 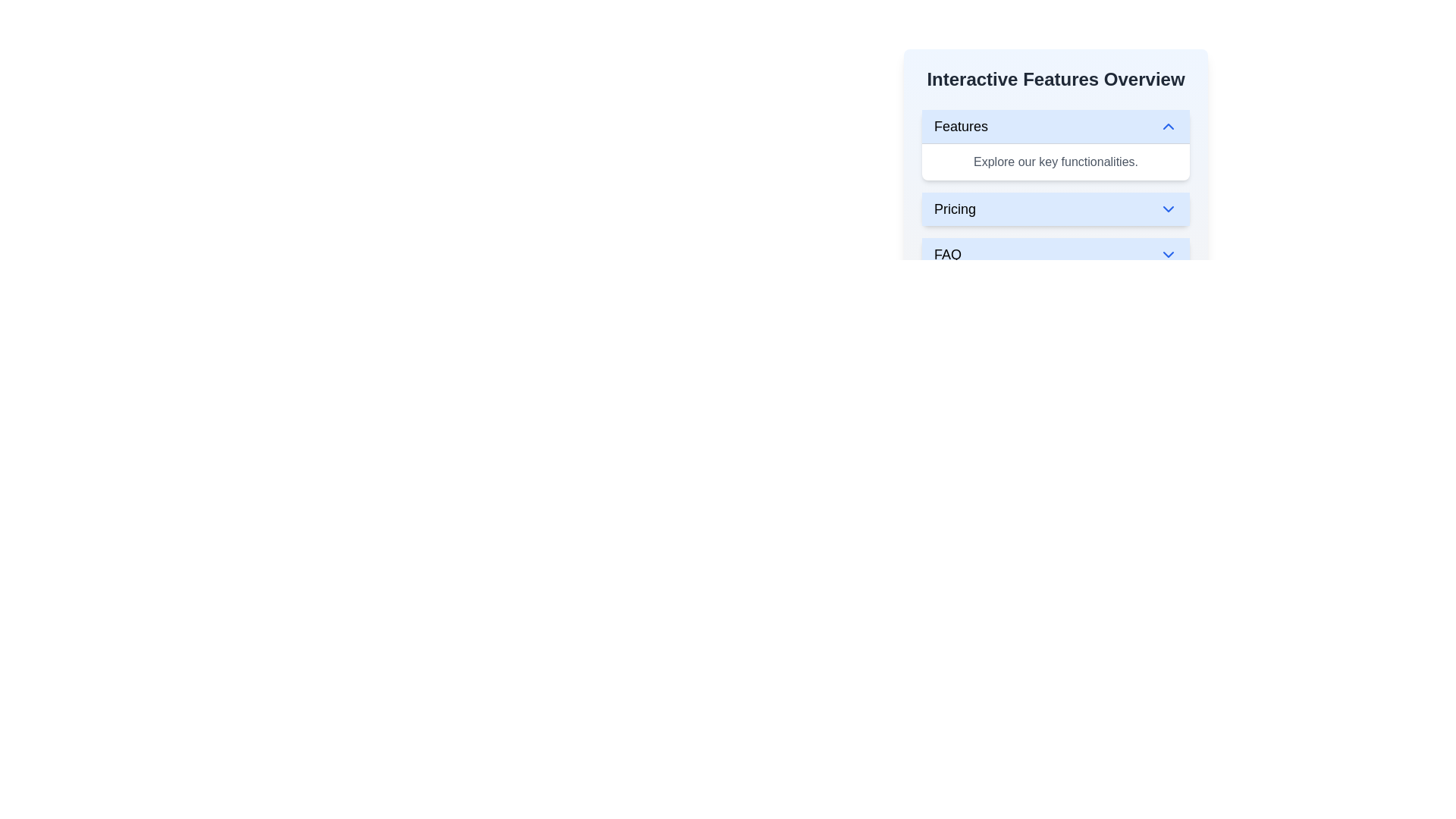 I want to click on text of the 'Features' label, which is styled in bold font within a light blue rectangular section, so click(x=960, y=125).